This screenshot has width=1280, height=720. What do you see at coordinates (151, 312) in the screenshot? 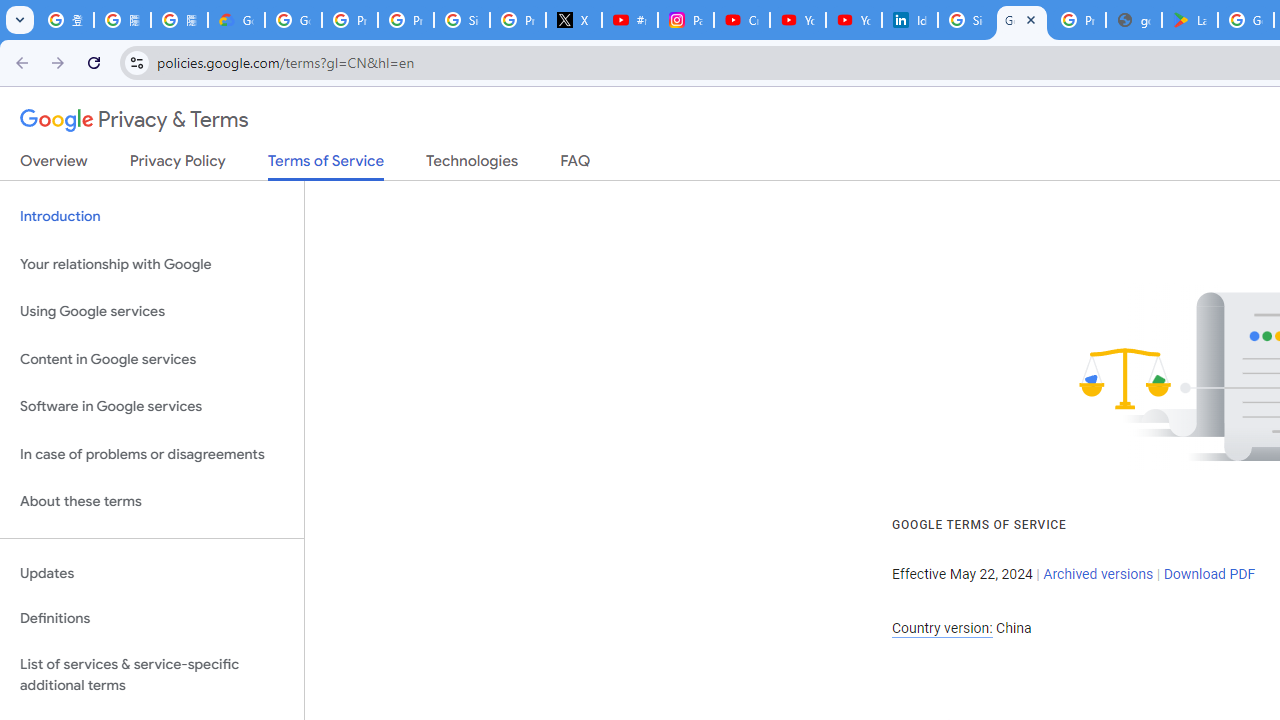
I see `'Using Google services'` at bounding box center [151, 312].